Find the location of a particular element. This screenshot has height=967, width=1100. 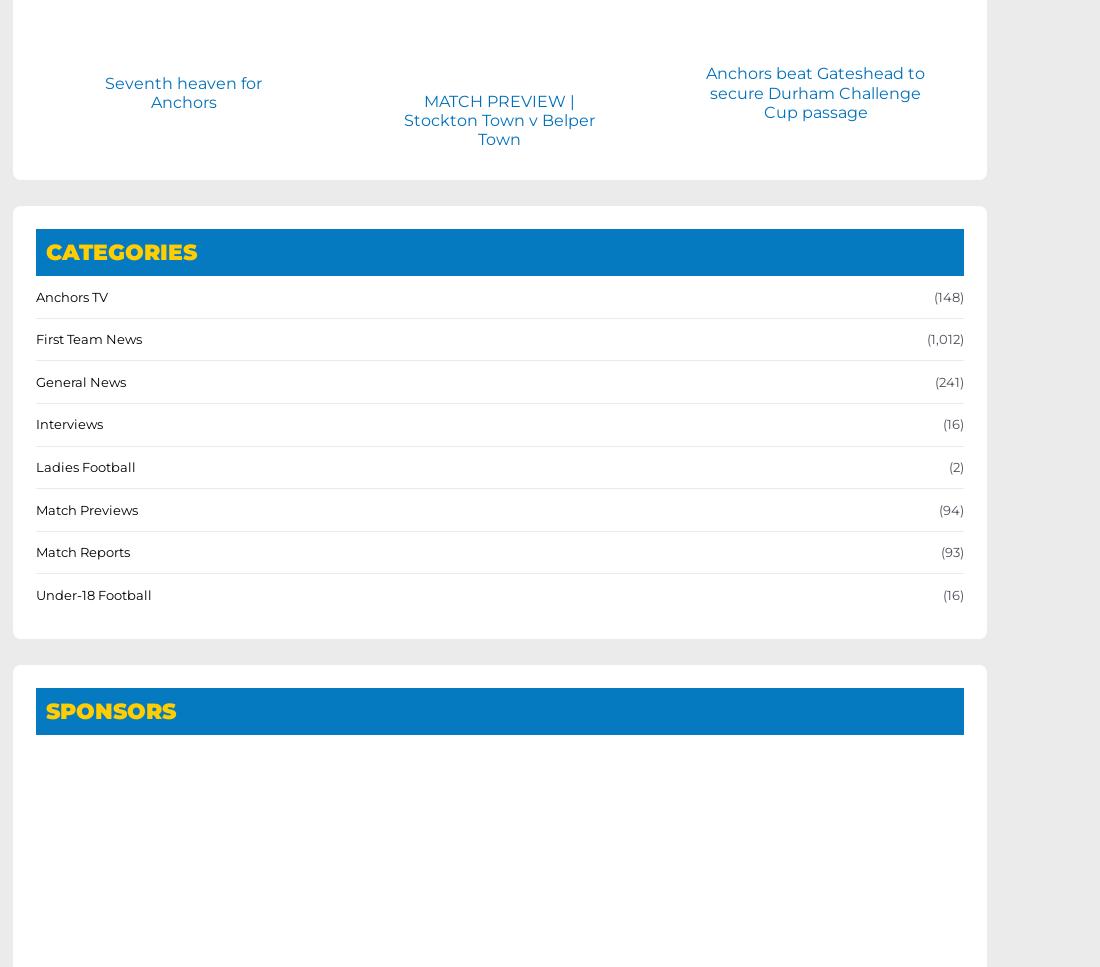

'SPONSORS' is located at coordinates (110, 709).